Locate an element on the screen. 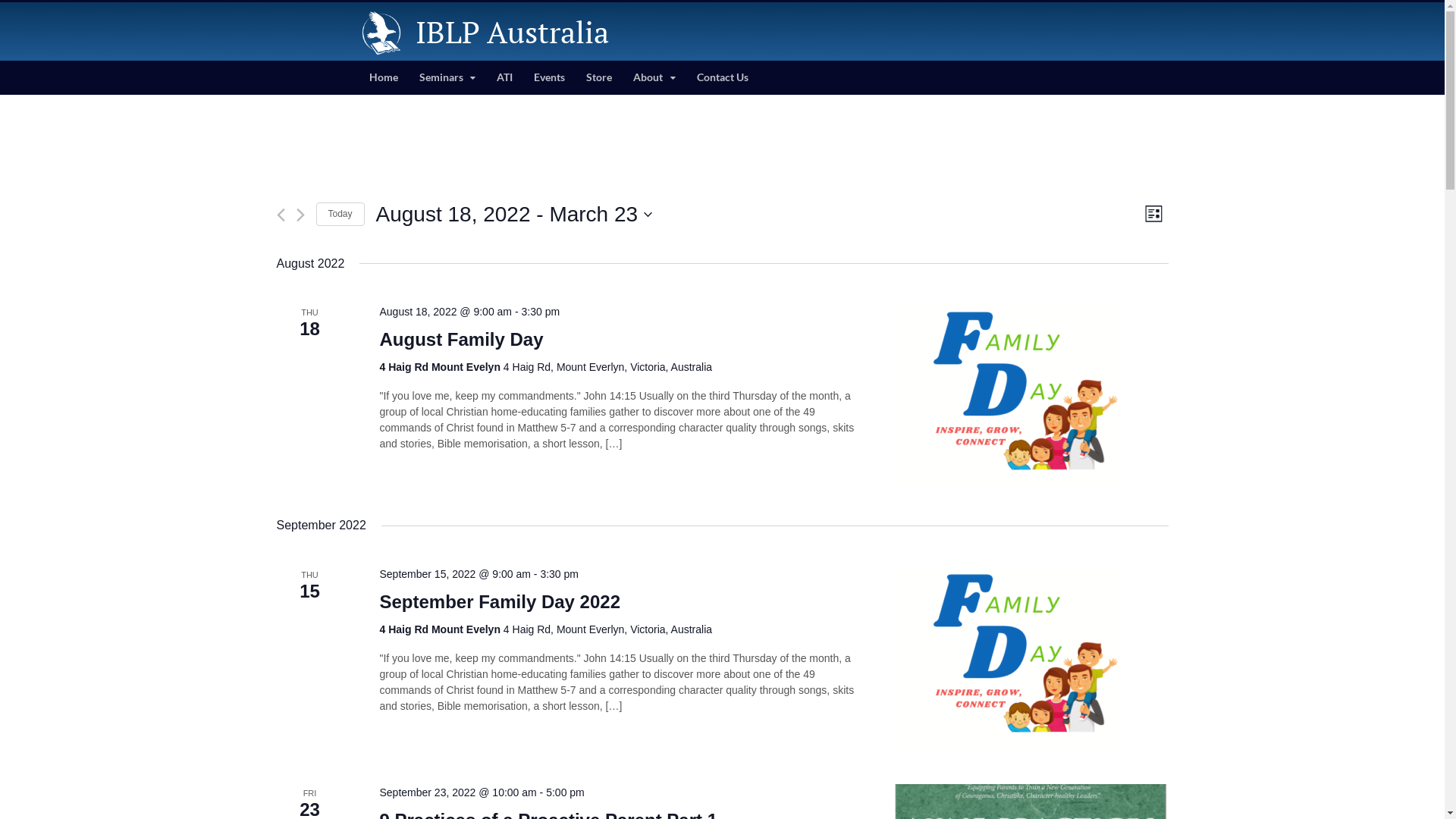  'September Family Day 2022' is located at coordinates (499, 601).